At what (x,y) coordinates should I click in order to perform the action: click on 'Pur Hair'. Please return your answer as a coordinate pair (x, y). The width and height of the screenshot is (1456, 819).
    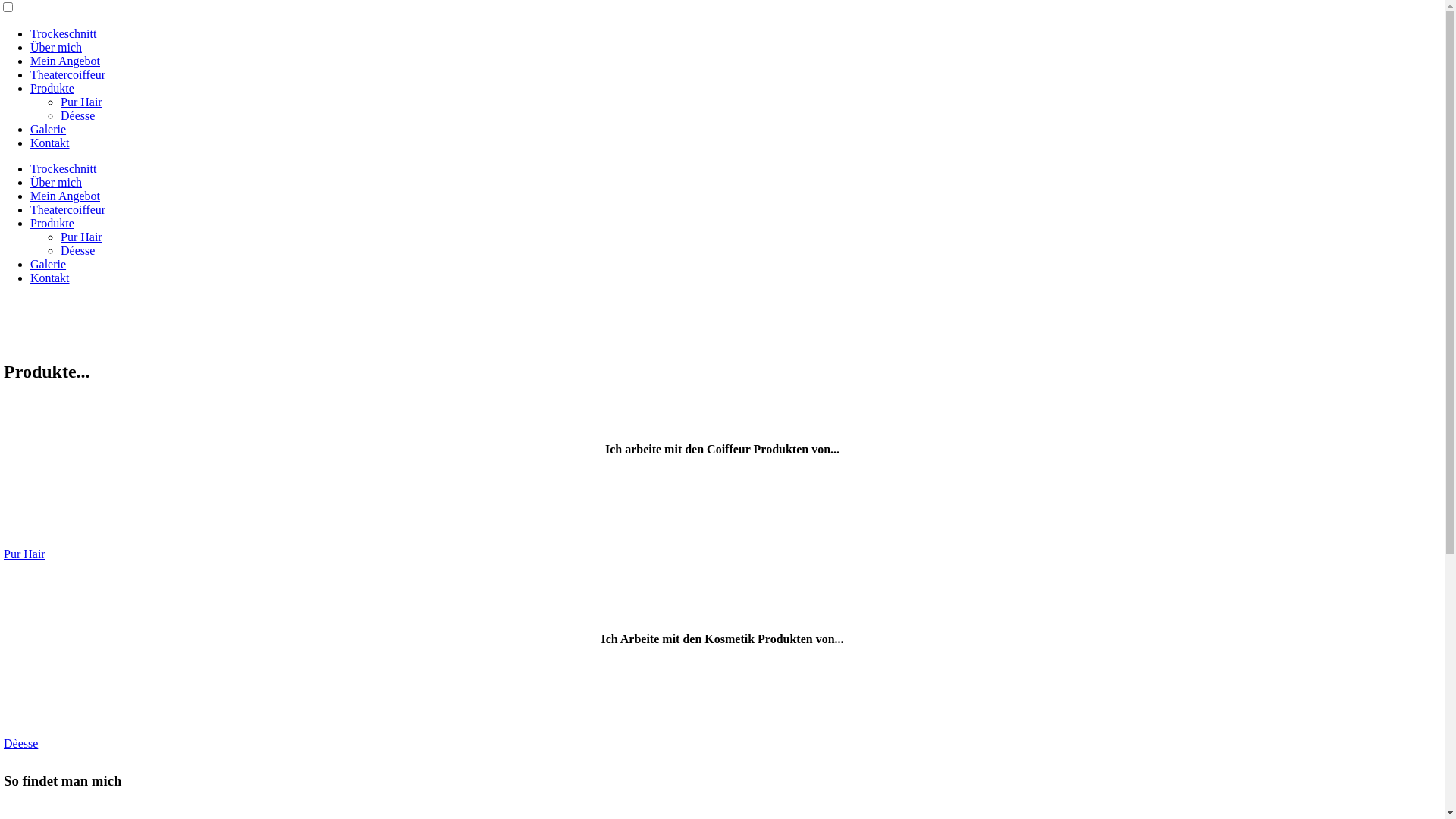
    Looking at the image, I should click on (80, 237).